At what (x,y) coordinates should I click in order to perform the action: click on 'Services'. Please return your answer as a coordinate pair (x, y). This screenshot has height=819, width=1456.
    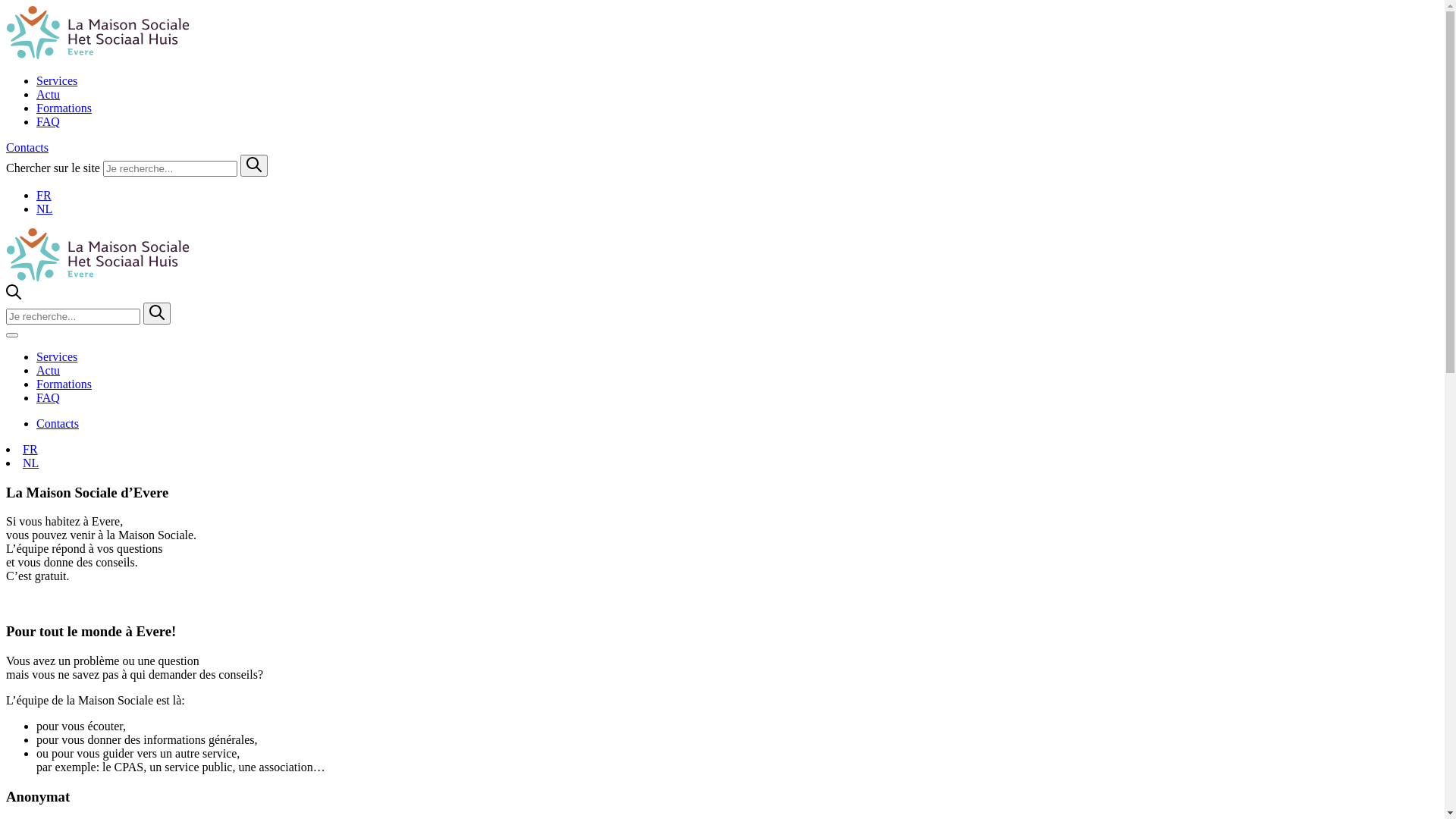
    Looking at the image, I should click on (57, 356).